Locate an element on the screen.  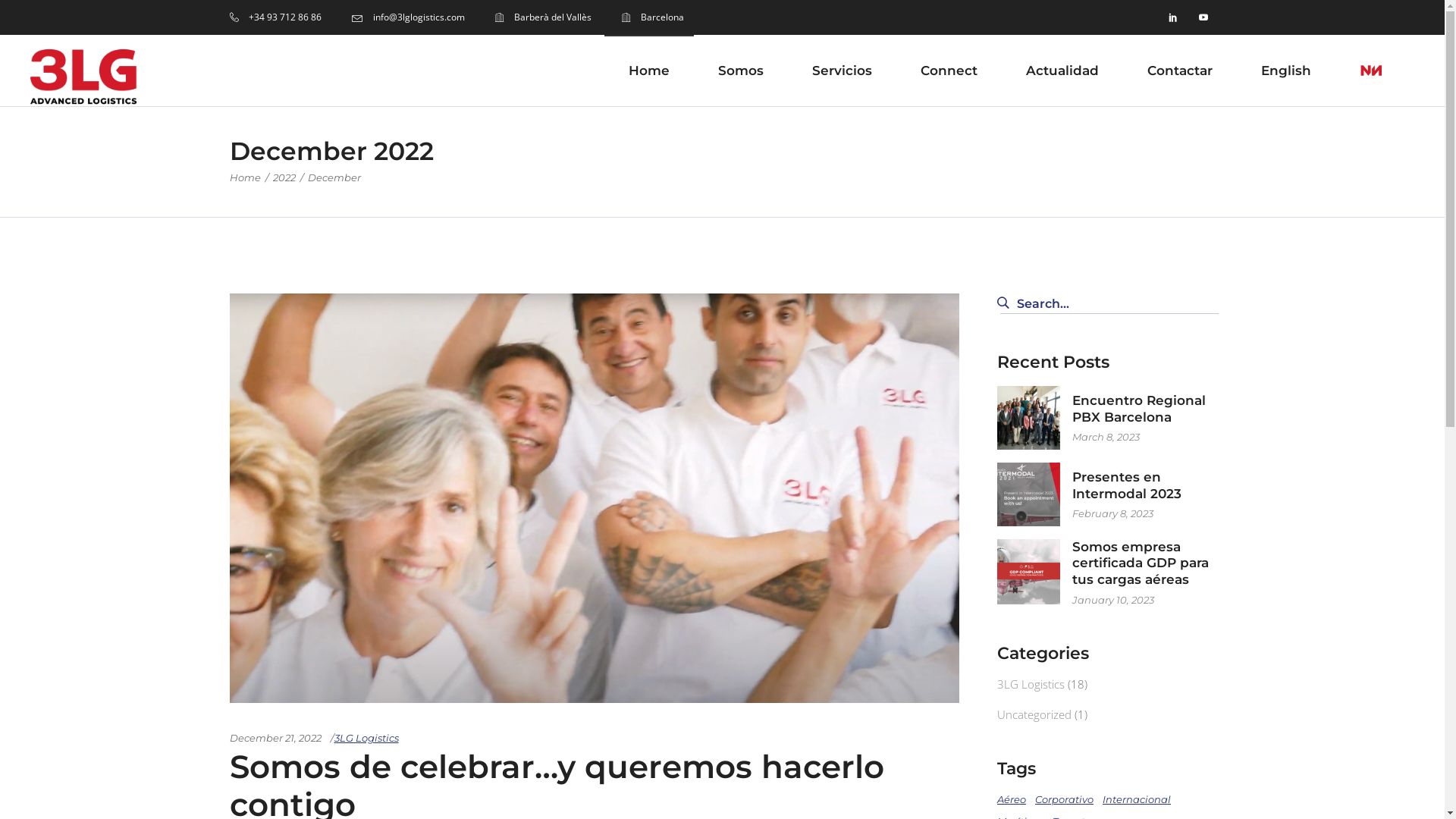
'January 10, 2023' is located at coordinates (1072, 598).